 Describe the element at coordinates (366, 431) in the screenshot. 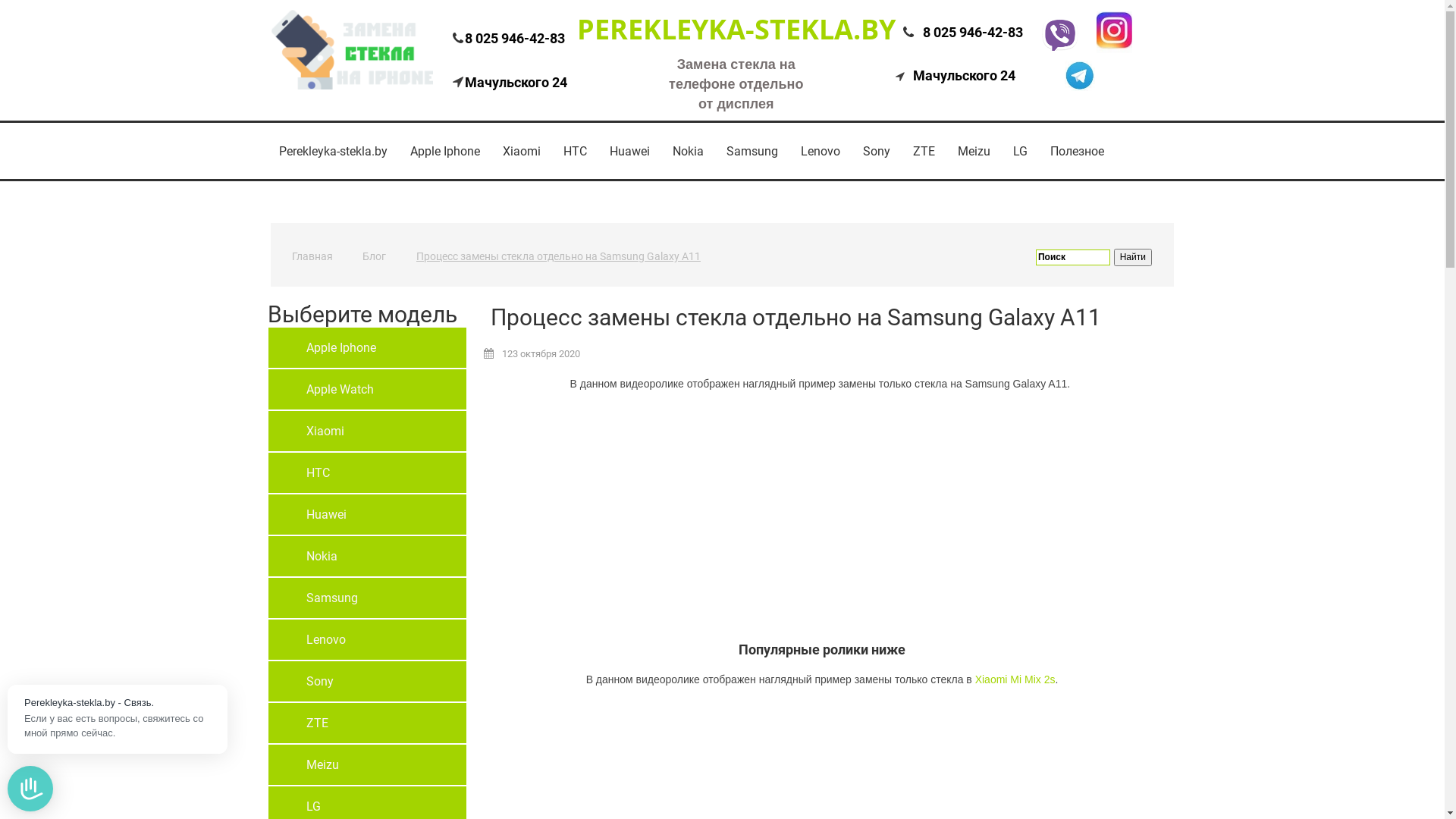

I see `'Xiaomi'` at that location.